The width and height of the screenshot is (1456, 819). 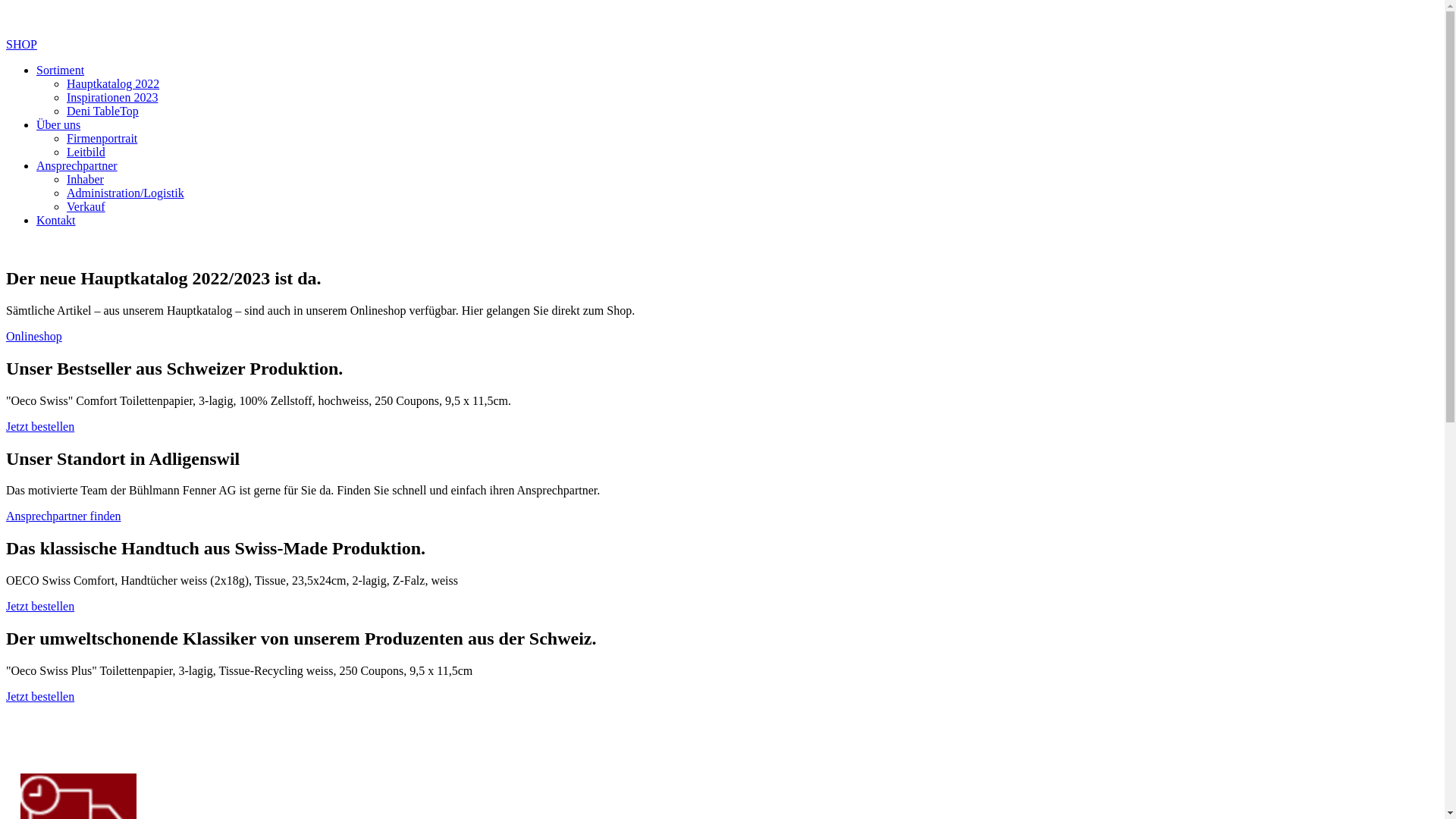 What do you see at coordinates (6, 36) in the screenshot?
I see `'SHOP'` at bounding box center [6, 36].